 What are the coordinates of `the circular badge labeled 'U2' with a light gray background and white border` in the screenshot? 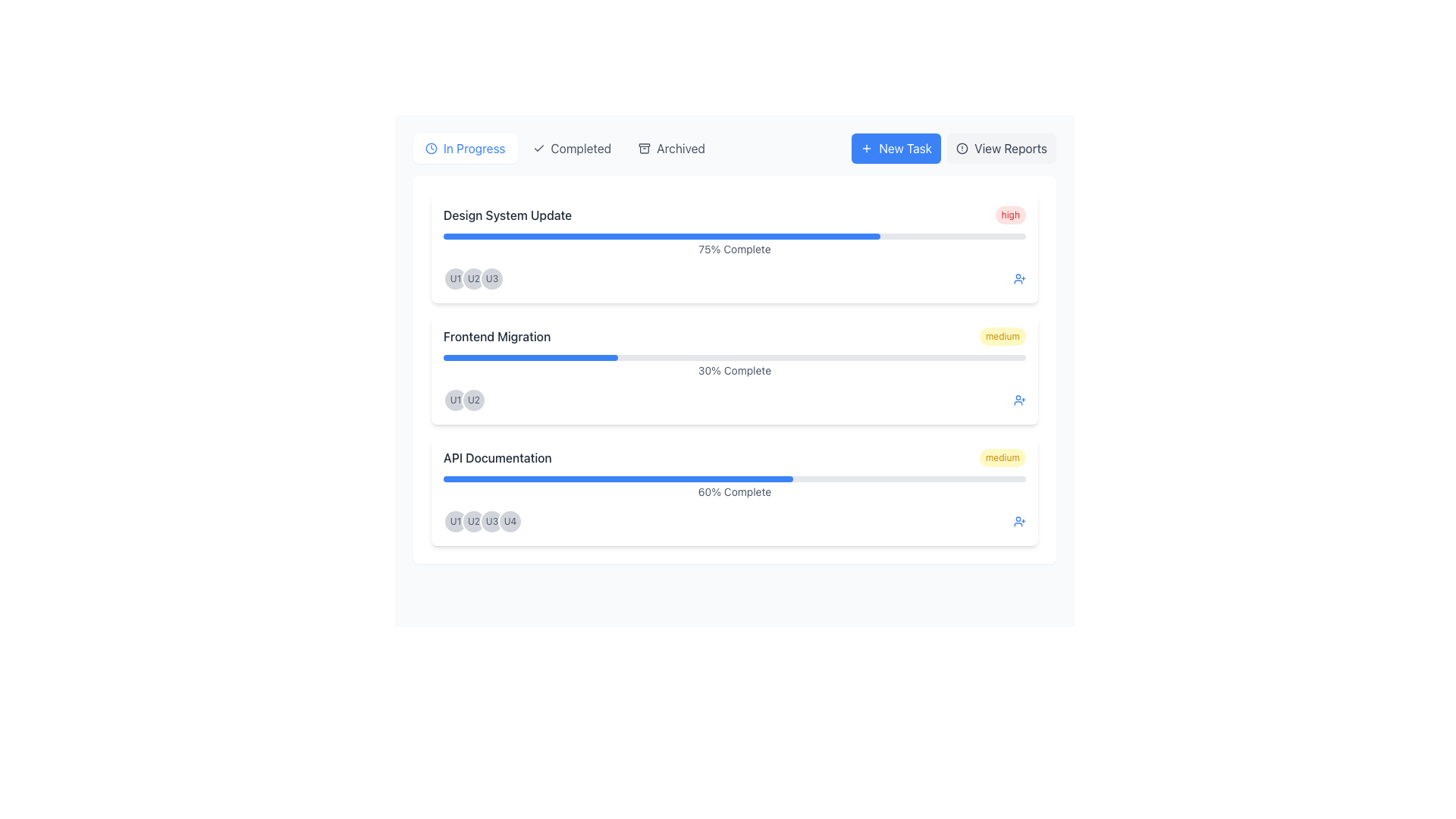 It's located at (472, 400).